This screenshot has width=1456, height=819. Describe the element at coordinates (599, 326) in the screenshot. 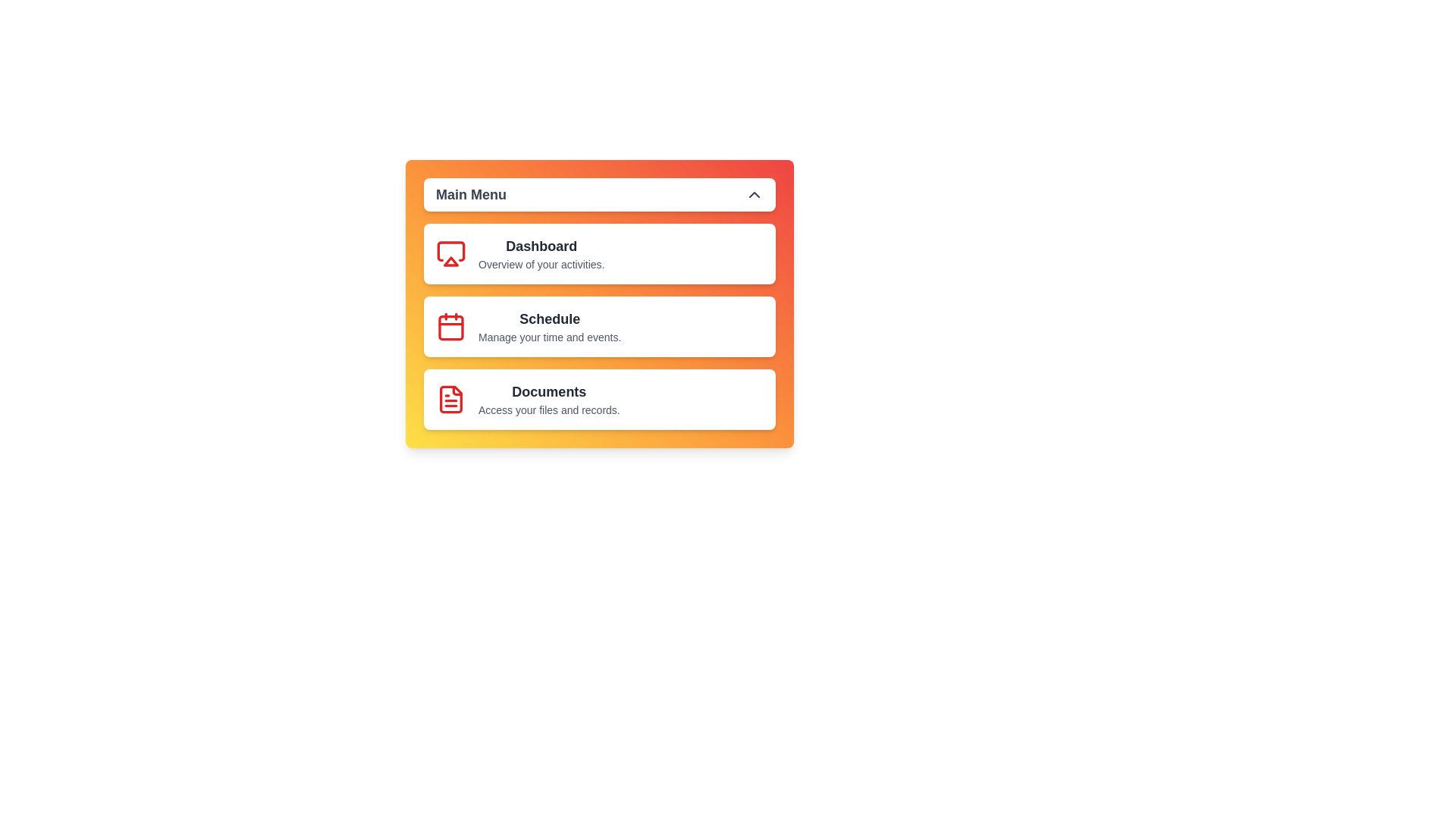

I see `the menu item Schedule by clicking on it` at that location.